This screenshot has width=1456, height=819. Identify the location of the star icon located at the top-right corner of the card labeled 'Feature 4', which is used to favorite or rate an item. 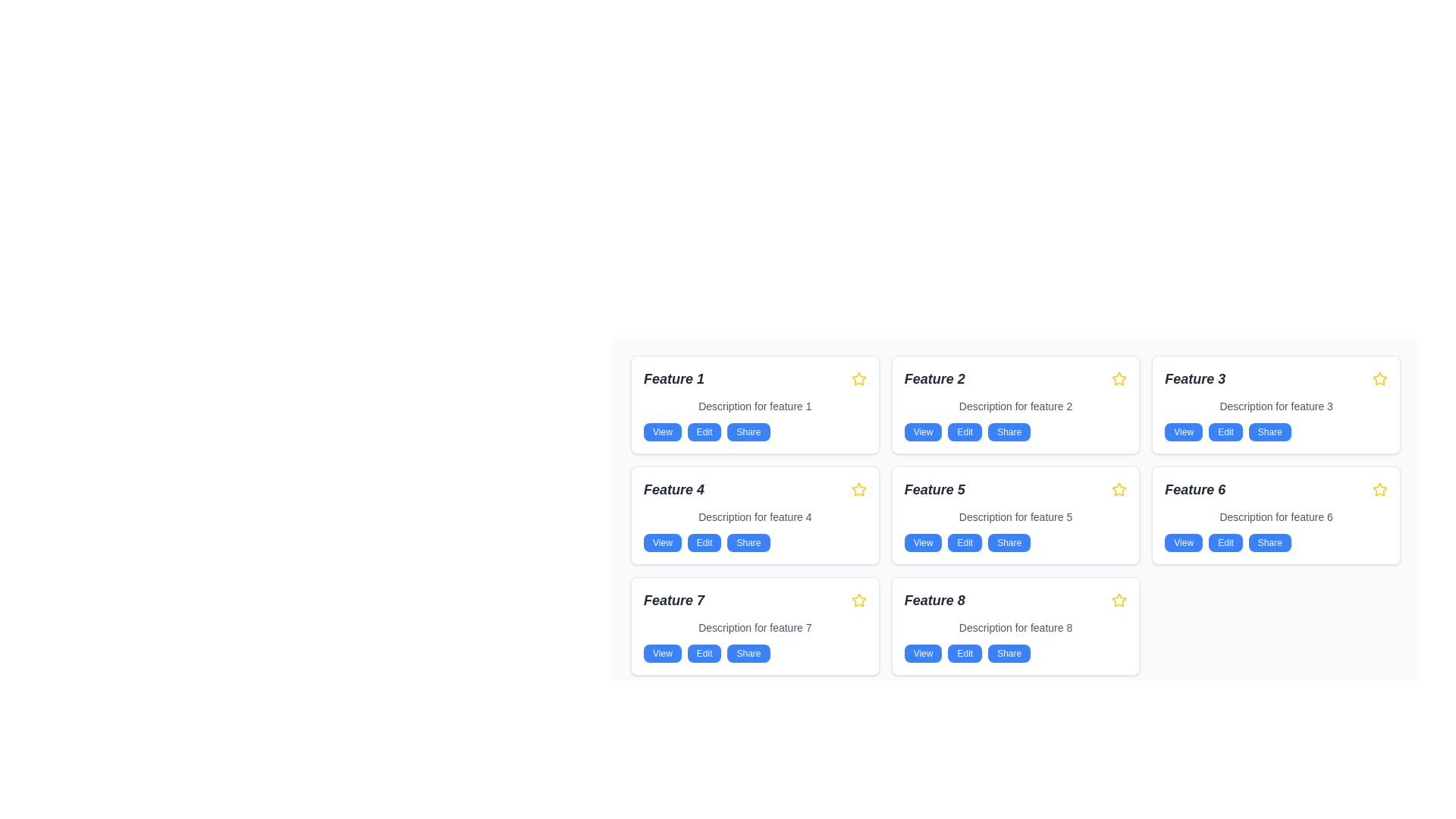
(858, 489).